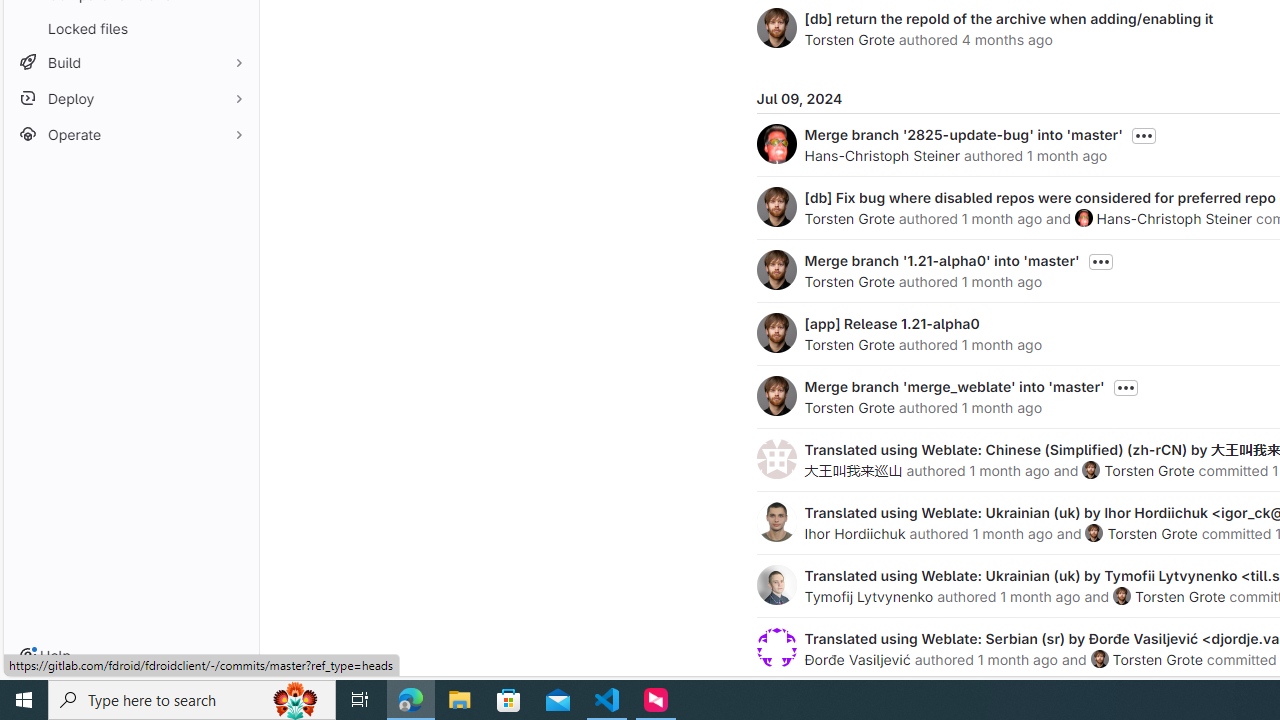 The height and width of the screenshot is (720, 1280). What do you see at coordinates (234, 28) in the screenshot?
I see `'Pin Locked files'` at bounding box center [234, 28].